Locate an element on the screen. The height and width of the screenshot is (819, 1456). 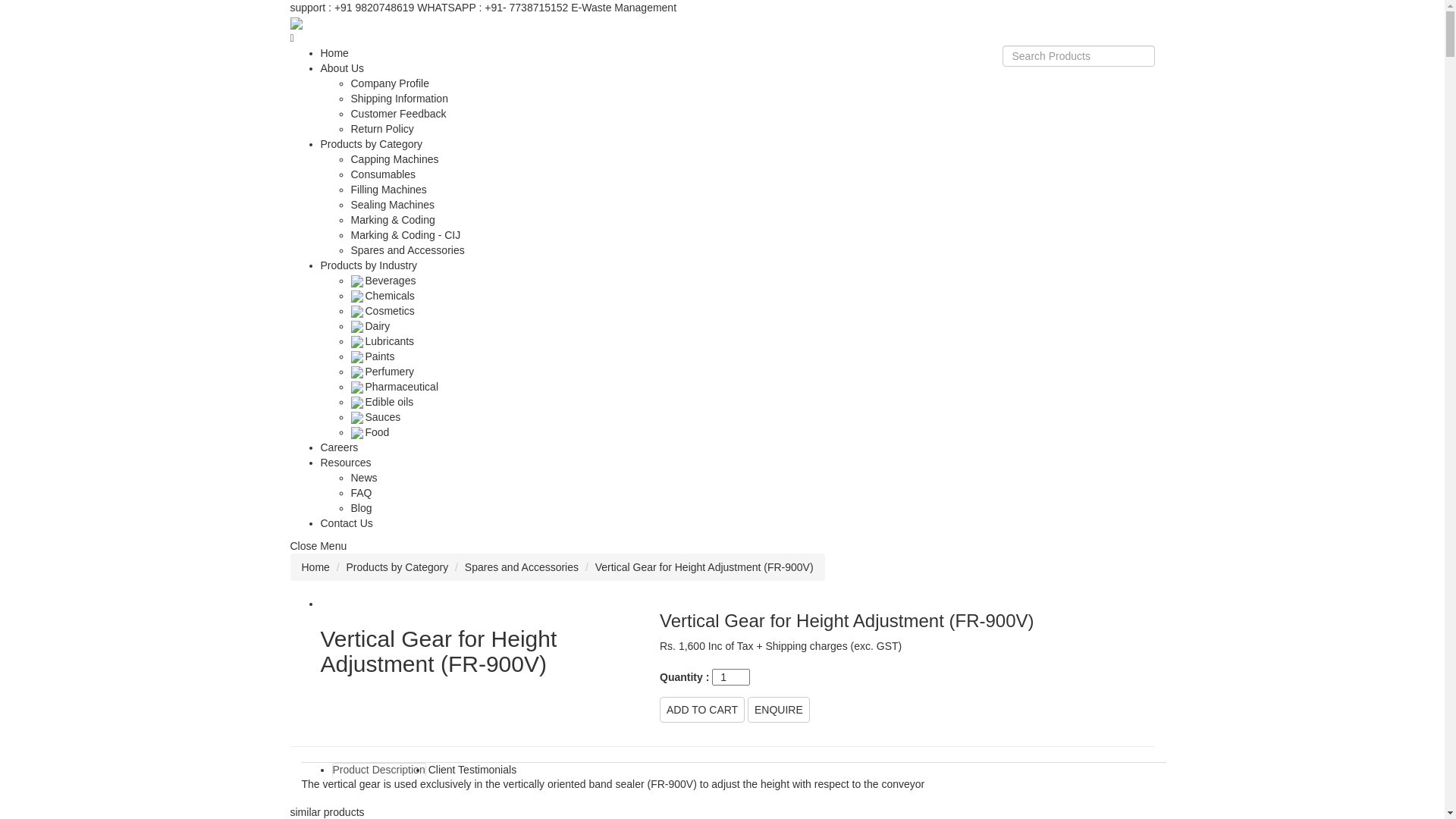
'Sealing Machines' is located at coordinates (392, 205).